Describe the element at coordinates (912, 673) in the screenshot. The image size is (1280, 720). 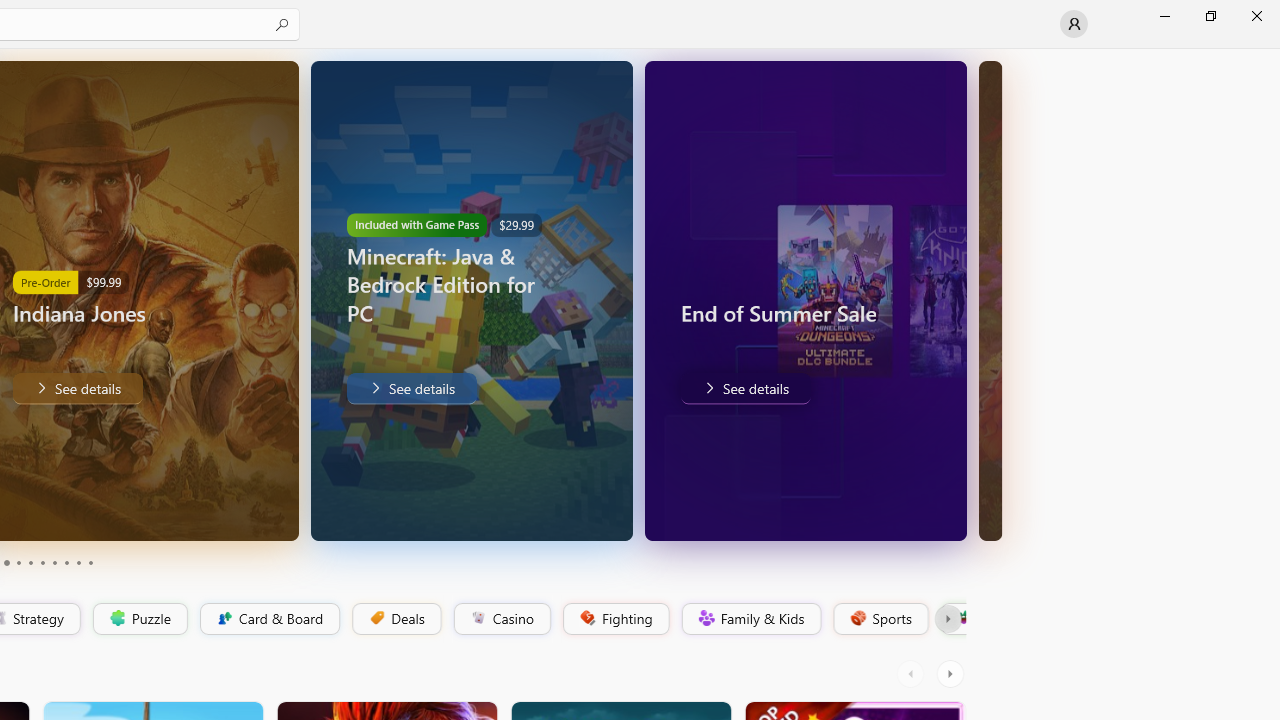
I see `'AutomationID: LeftScrollButton'` at that location.